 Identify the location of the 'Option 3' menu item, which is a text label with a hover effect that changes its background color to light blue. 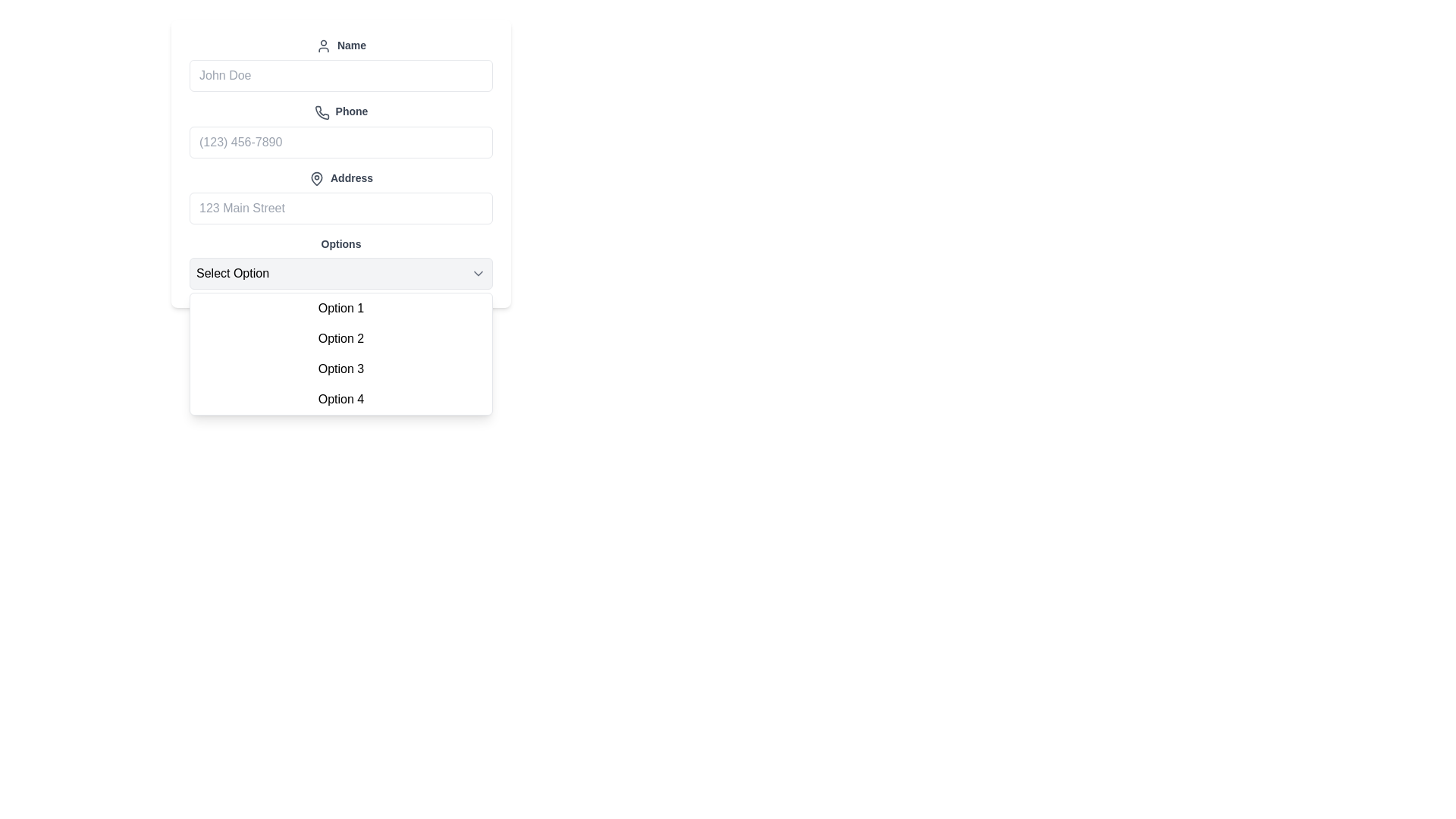
(340, 369).